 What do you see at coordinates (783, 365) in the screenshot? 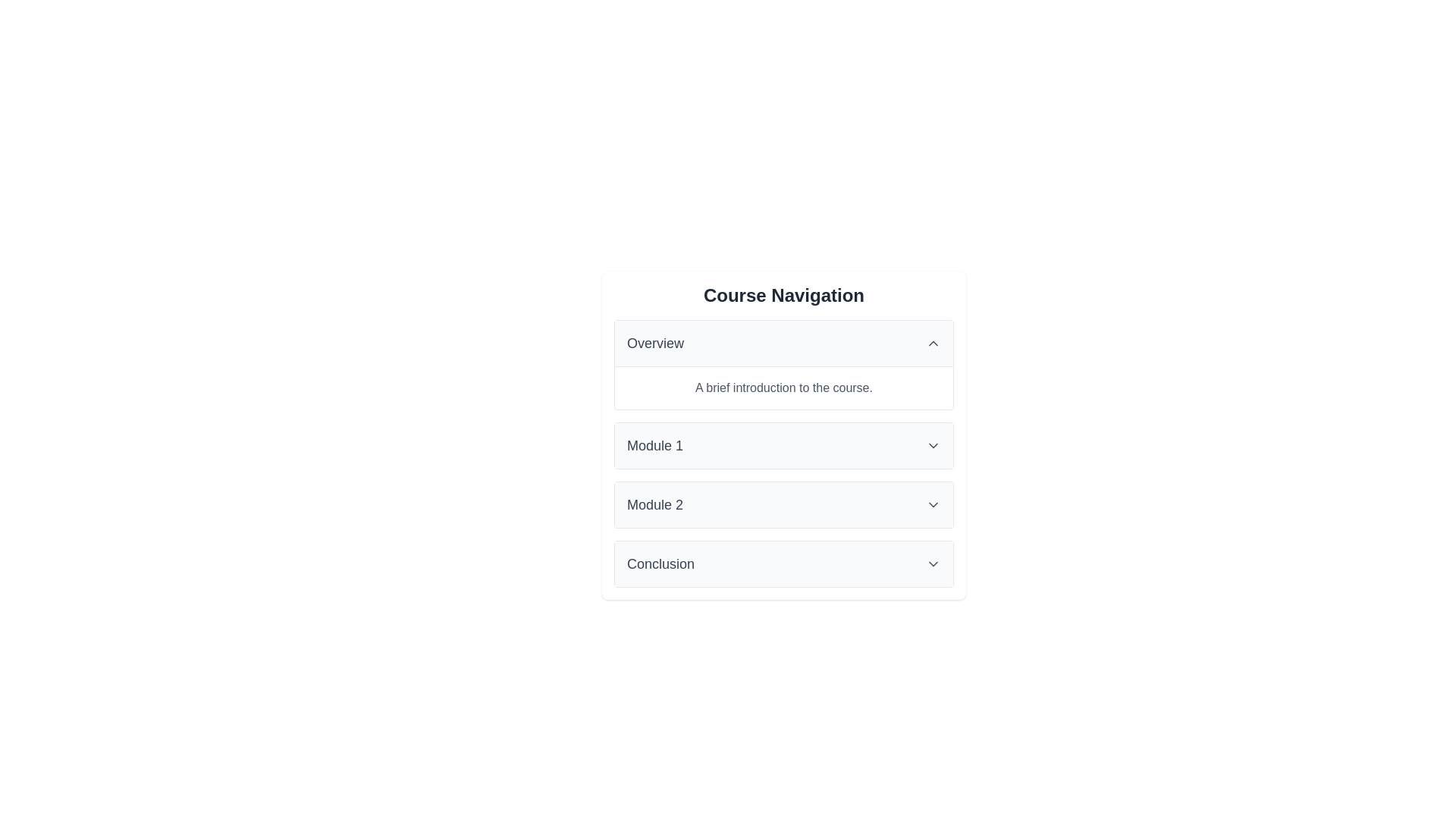
I see `the first collapsible section titled 'Overview' in the Course Navigation list to trigger effects` at bounding box center [783, 365].